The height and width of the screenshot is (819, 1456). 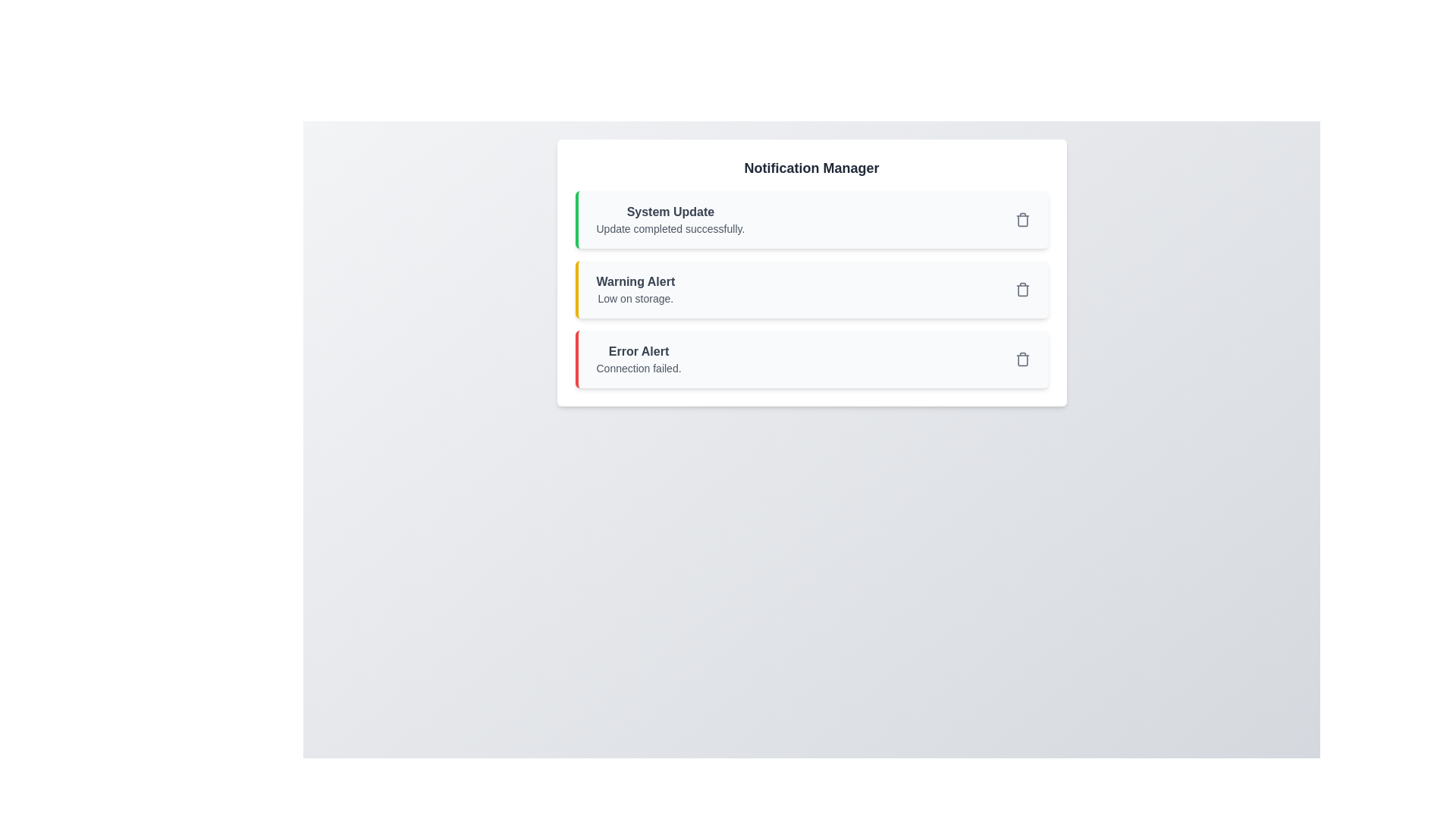 I want to click on the title or header text label of the 'System Update' notification card, which is located at the top-left corner of the card and above the text 'Update completed successfully.', so click(x=670, y=212).